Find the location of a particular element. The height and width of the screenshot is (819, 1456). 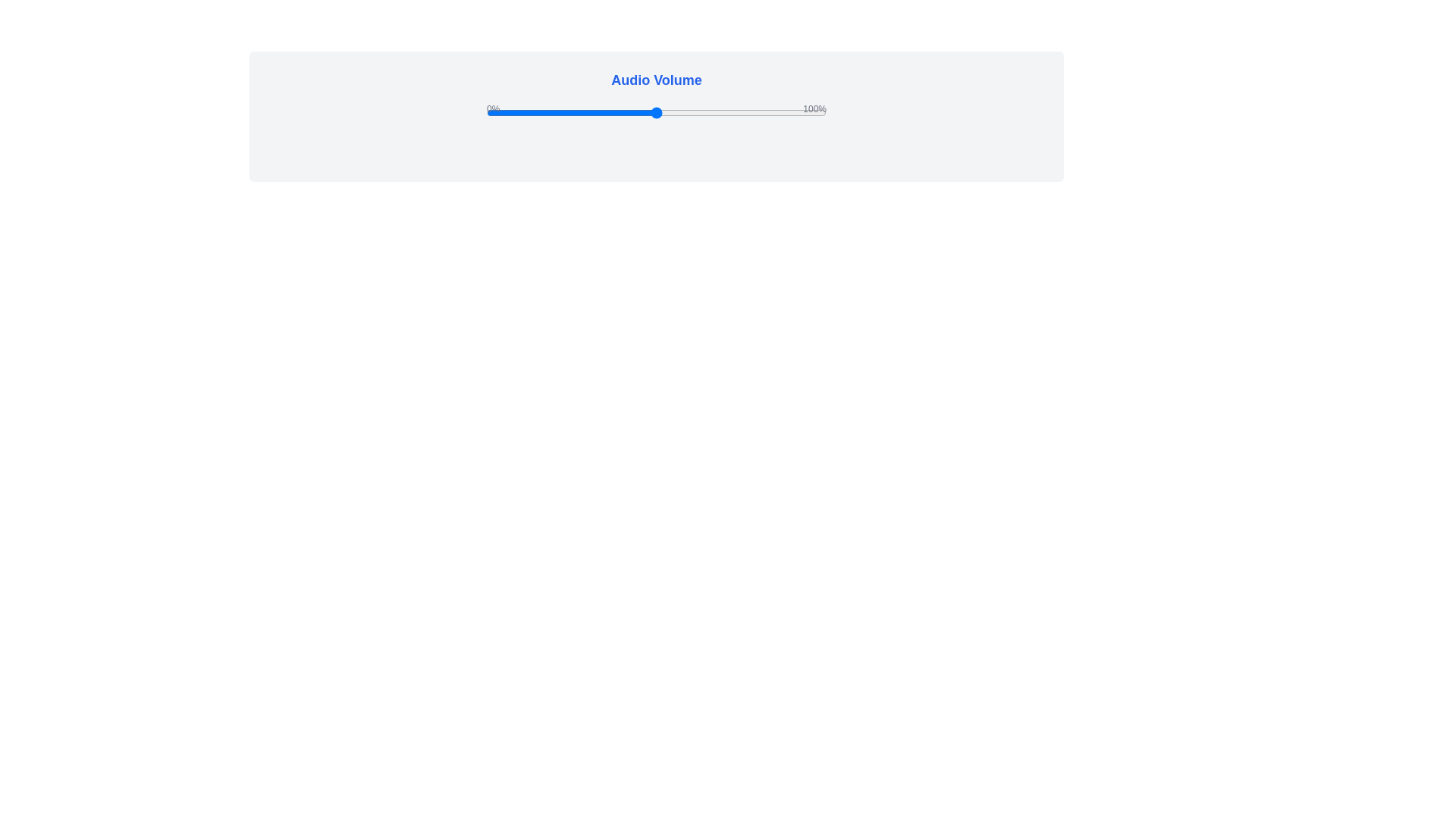

the volume is located at coordinates (822, 112).